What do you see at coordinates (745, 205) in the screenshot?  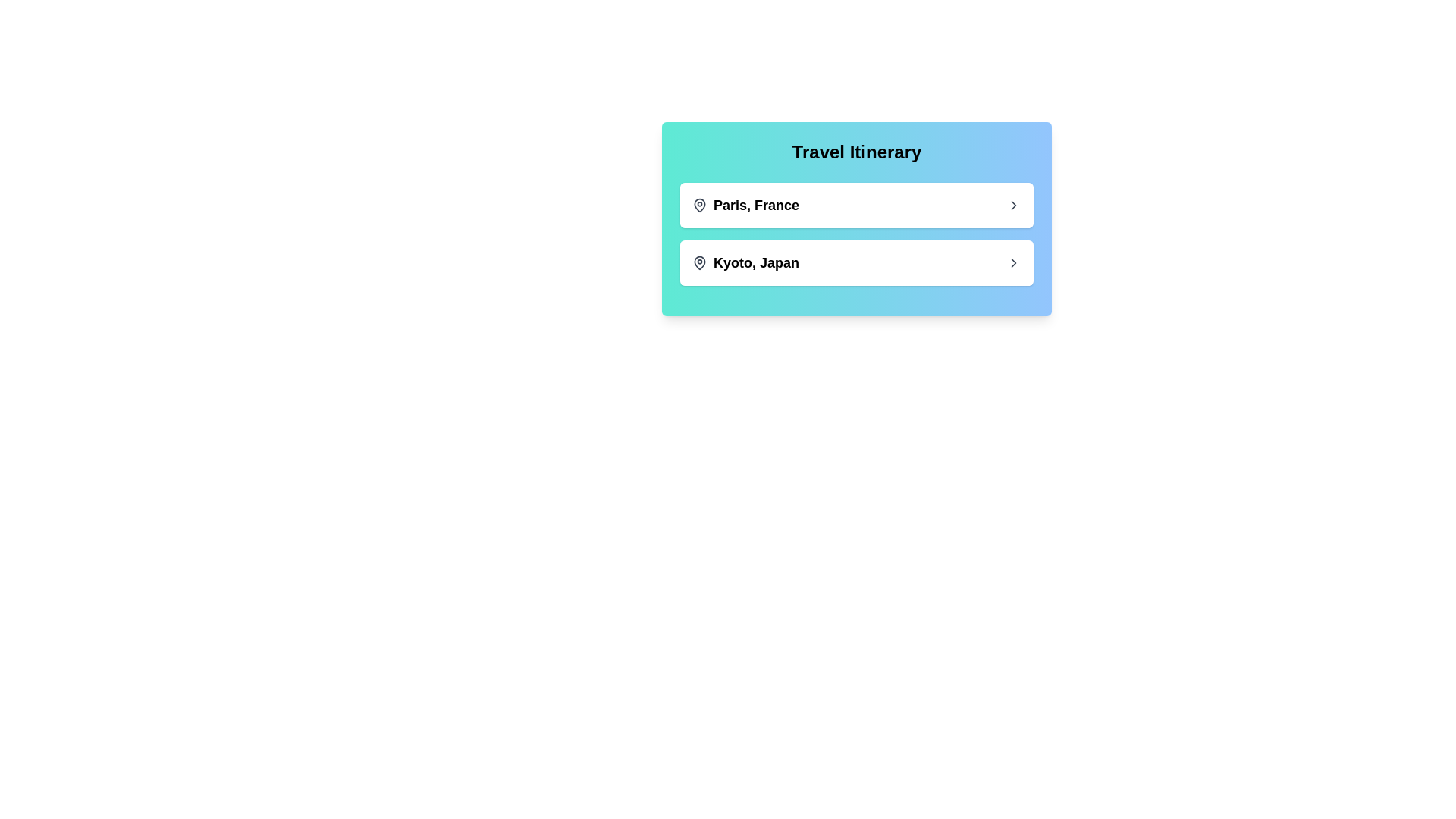 I see `the first location entry in the travel itinerary, which is above 'Kyoto, Japan'` at bounding box center [745, 205].